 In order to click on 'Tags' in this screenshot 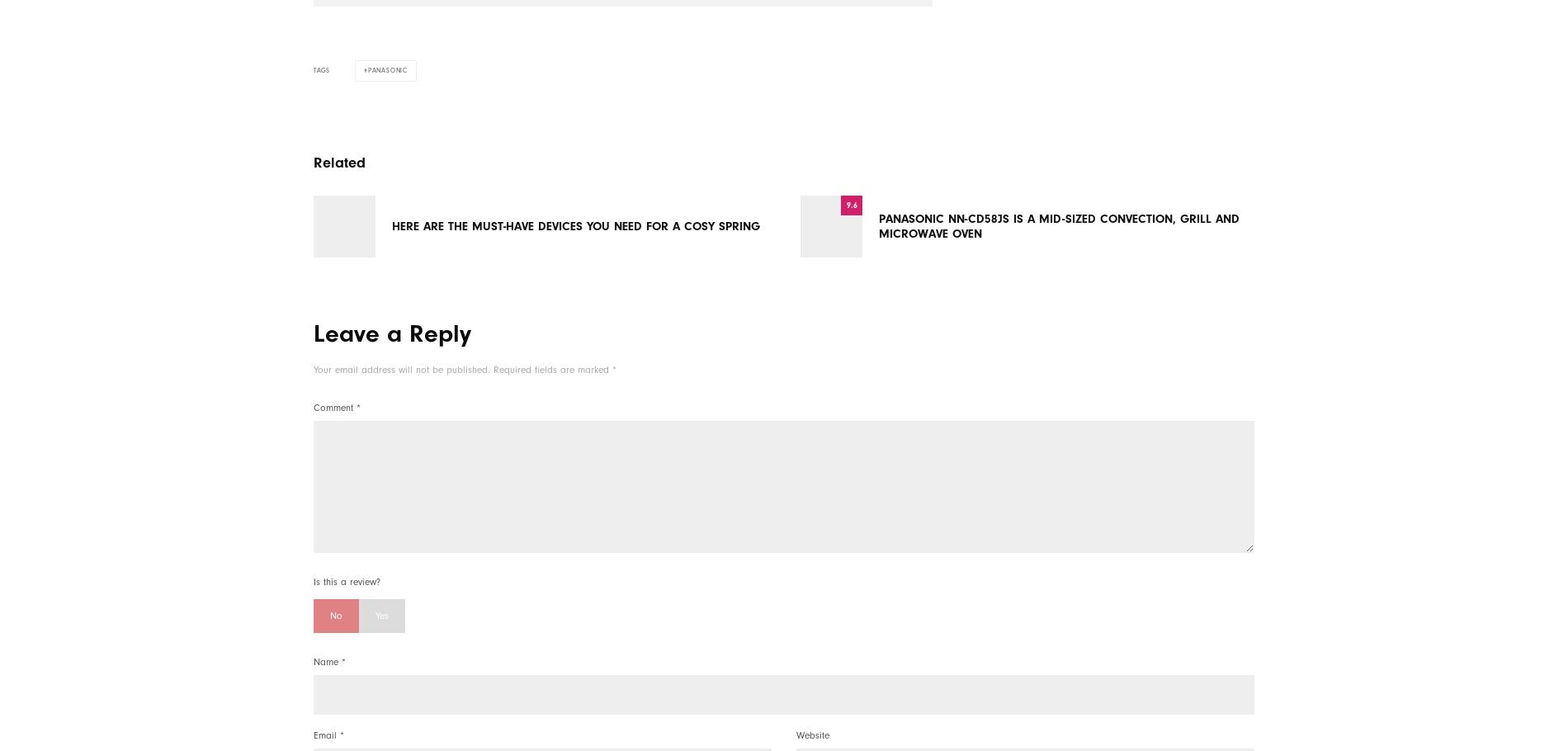, I will do `click(313, 69)`.